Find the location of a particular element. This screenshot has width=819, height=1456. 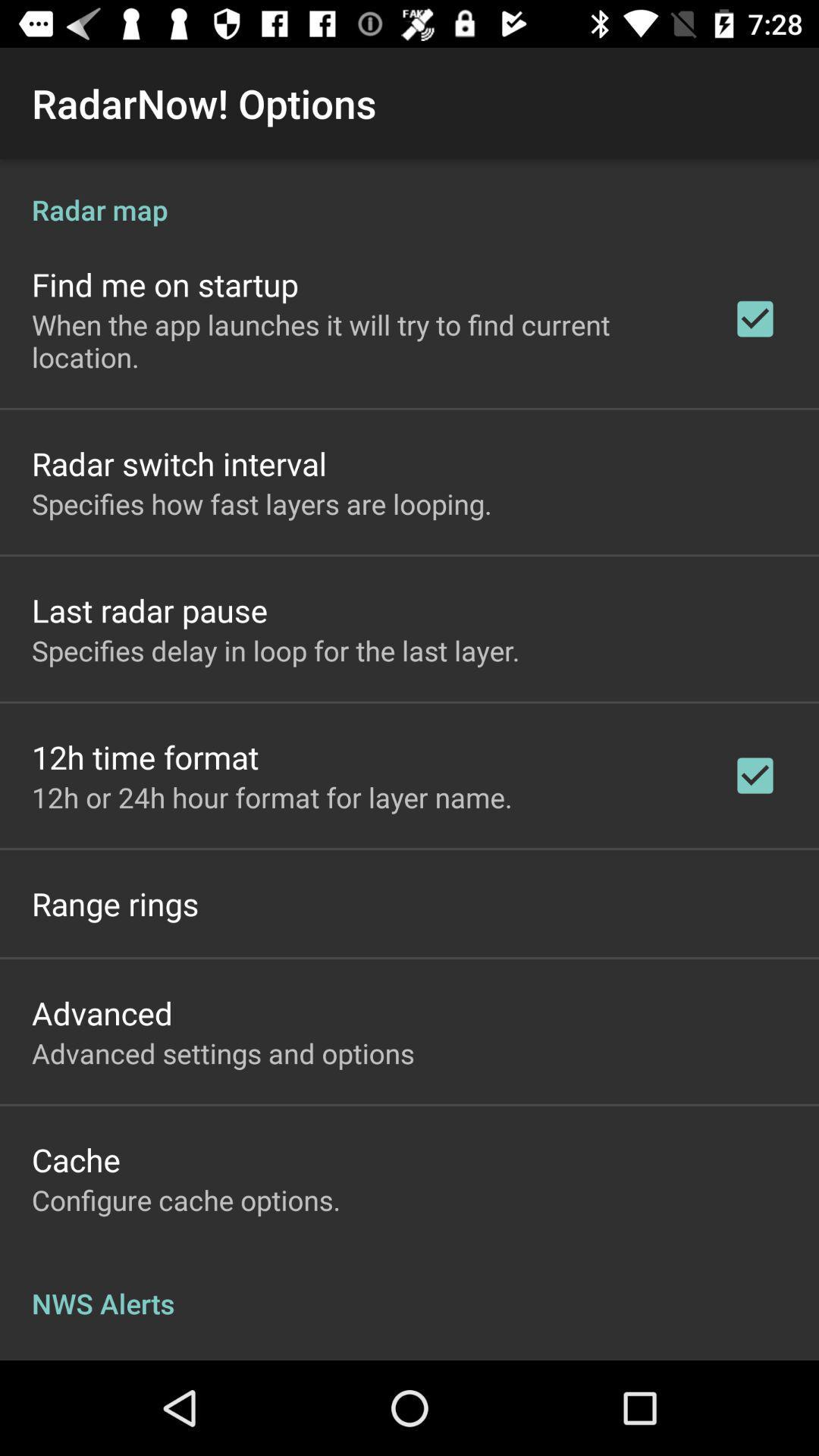

the find me on item is located at coordinates (165, 284).